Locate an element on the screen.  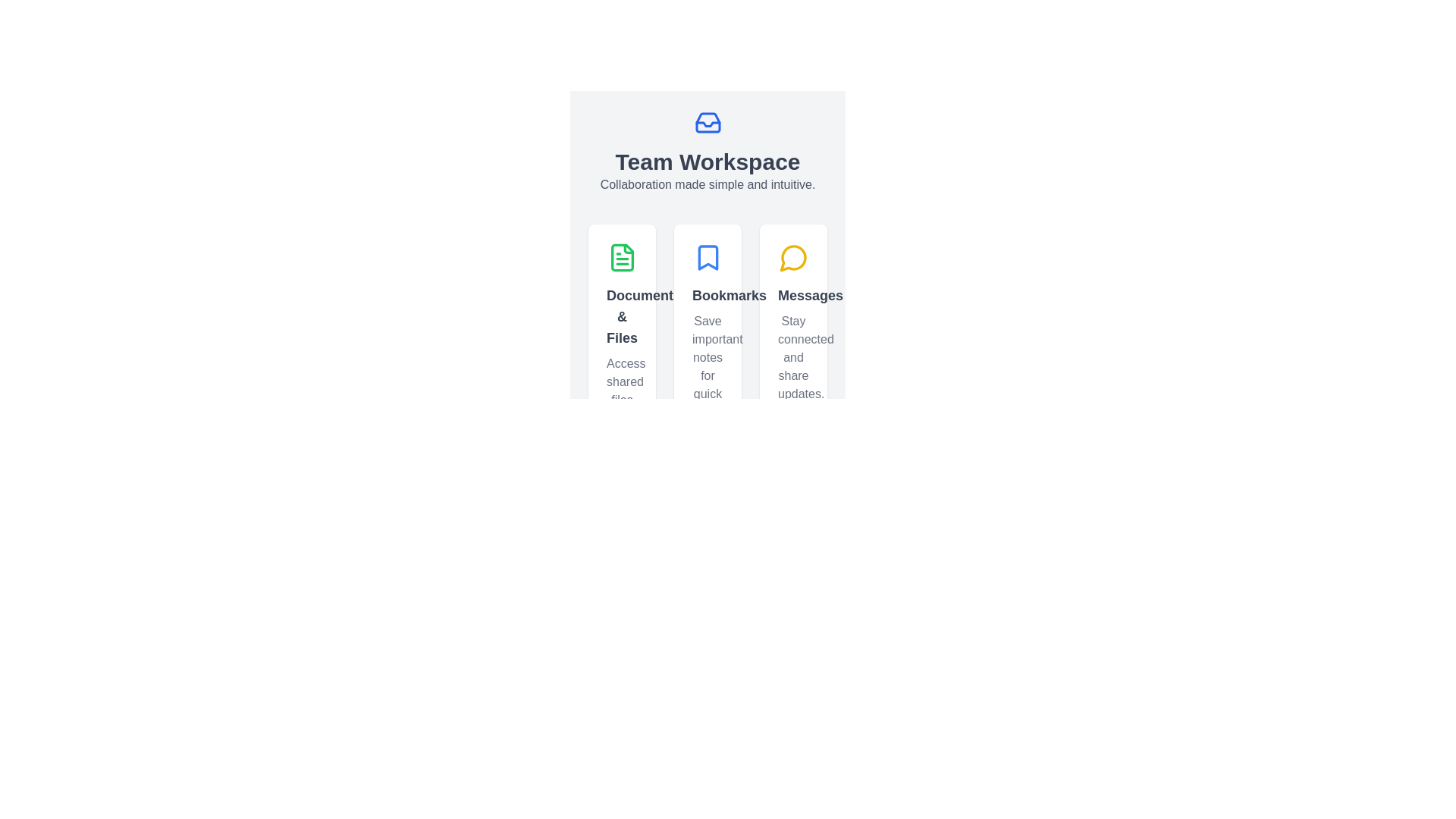
the 'Messages' card icon, which is located at the top center of the card and serves as a visual identifier for the card's purpose is located at coordinates (792, 256).